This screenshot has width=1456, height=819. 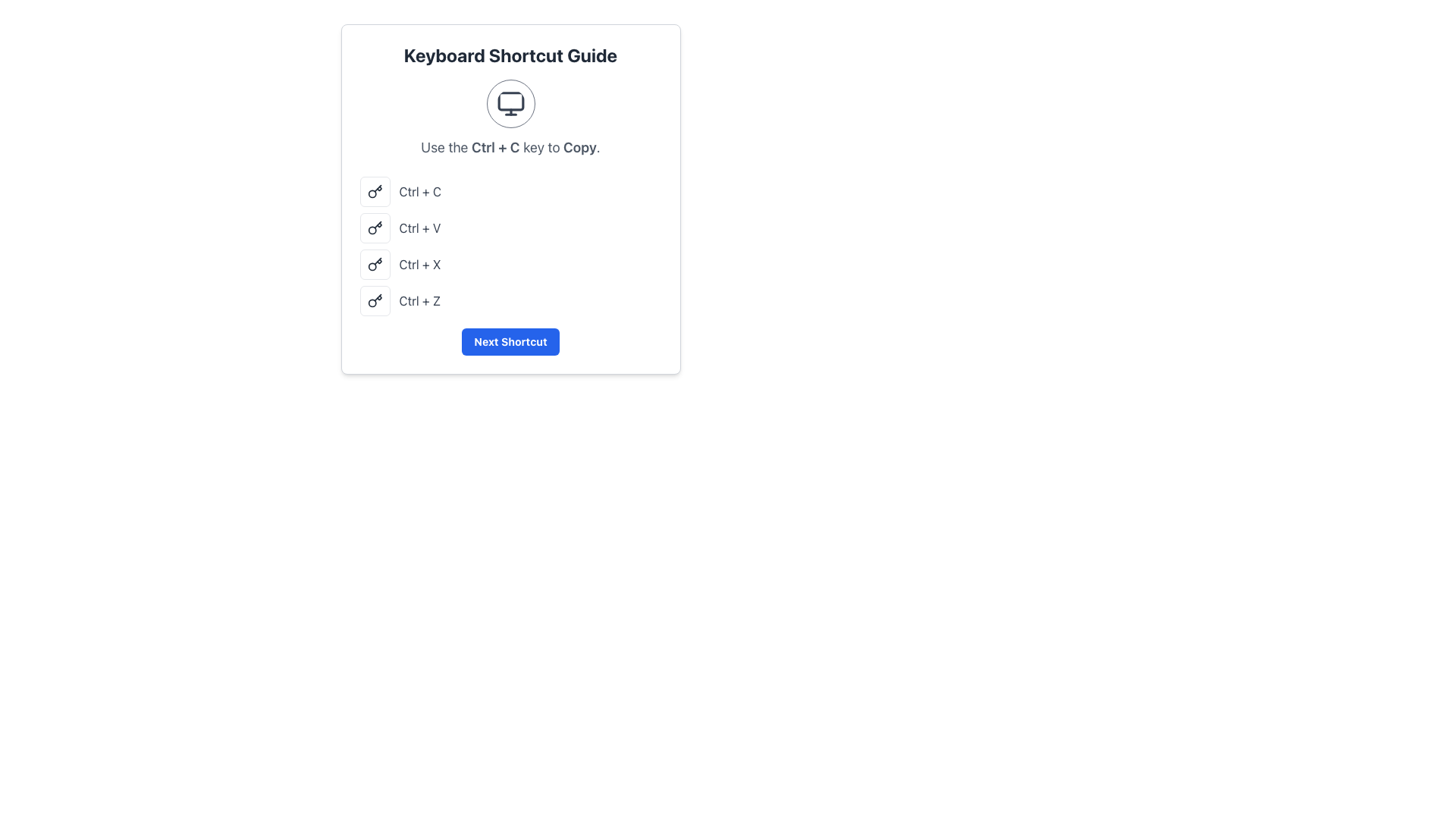 What do you see at coordinates (420, 191) in the screenshot?
I see `the text label displaying the 'Ctrl + C' keyboard shortcut, which is the first text element in a list of keyboard shortcuts located to the right of a key icon` at bounding box center [420, 191].